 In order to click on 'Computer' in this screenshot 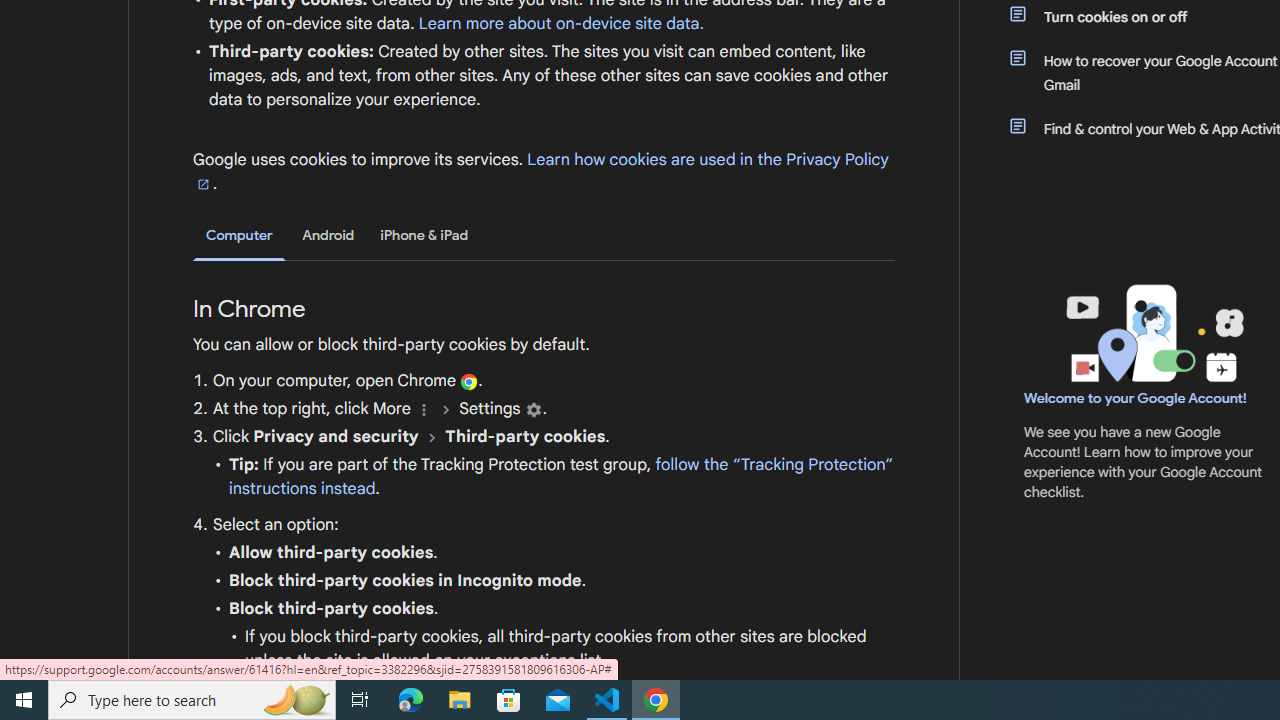, I will do `click(239, 235)`.